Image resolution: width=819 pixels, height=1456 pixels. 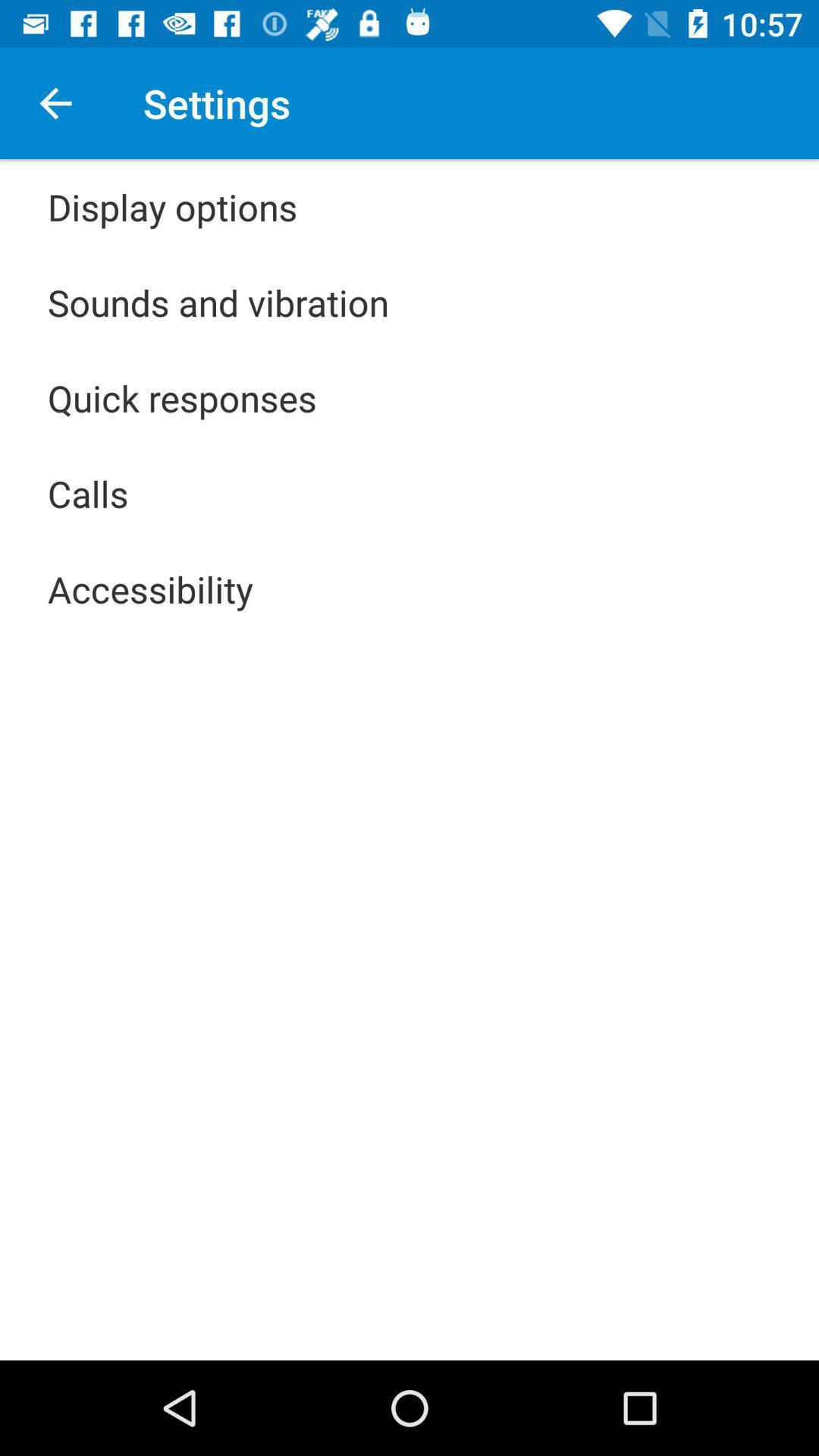 I want to click on the icon below the quick responses, so click(x=88, y=494).